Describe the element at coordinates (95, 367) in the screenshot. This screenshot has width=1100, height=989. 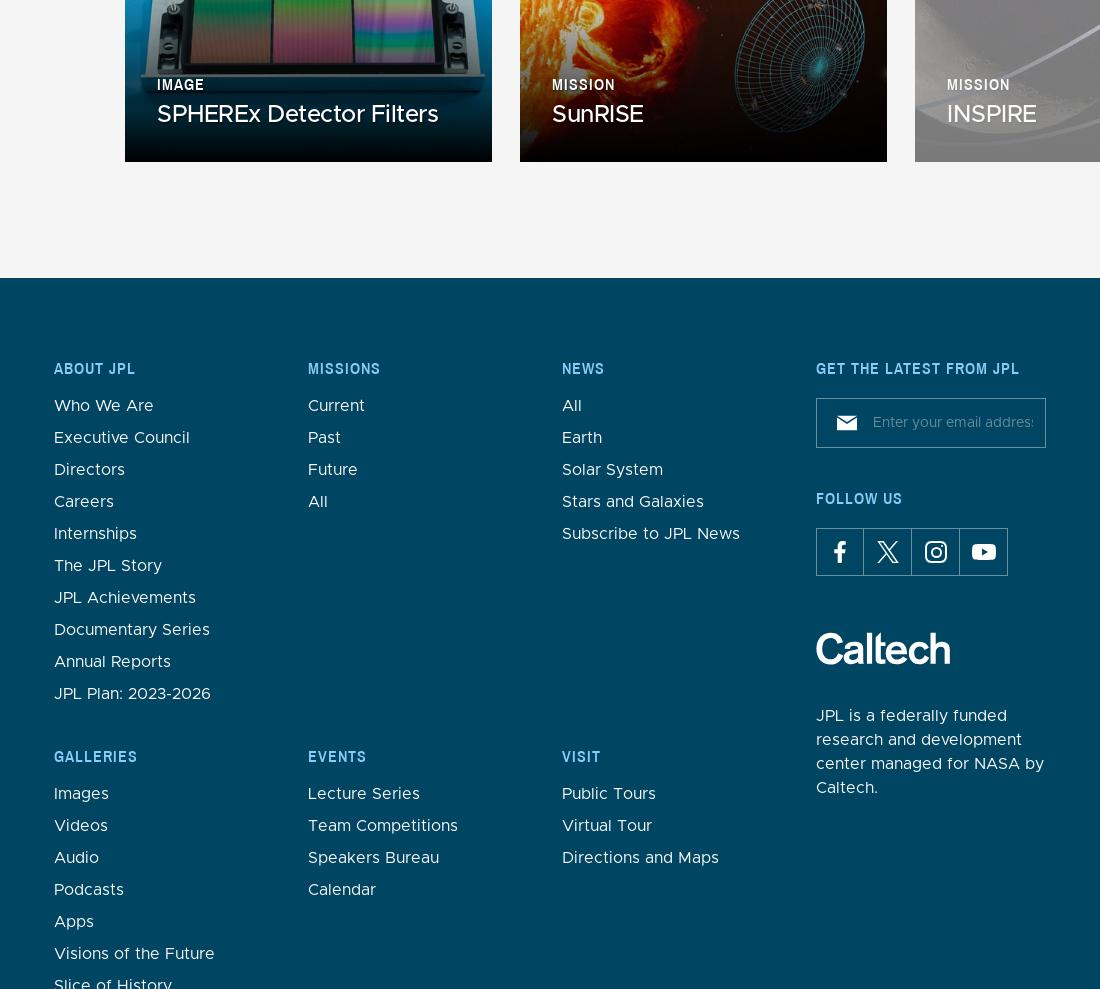
I see `'About JPL'` at that location.